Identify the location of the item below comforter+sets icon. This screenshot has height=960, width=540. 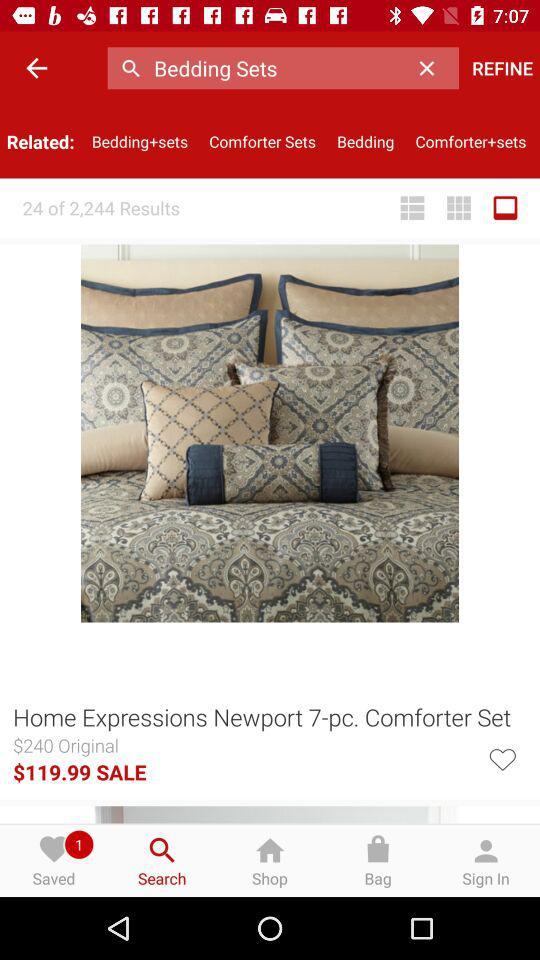
(504, 208).